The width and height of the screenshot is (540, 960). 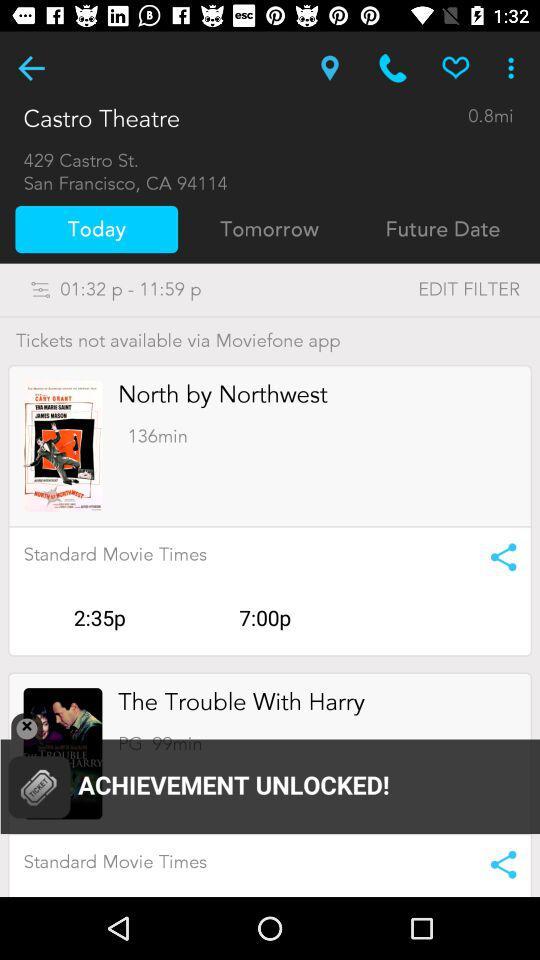 I want to click on shre button, so click(x=496, y=557).